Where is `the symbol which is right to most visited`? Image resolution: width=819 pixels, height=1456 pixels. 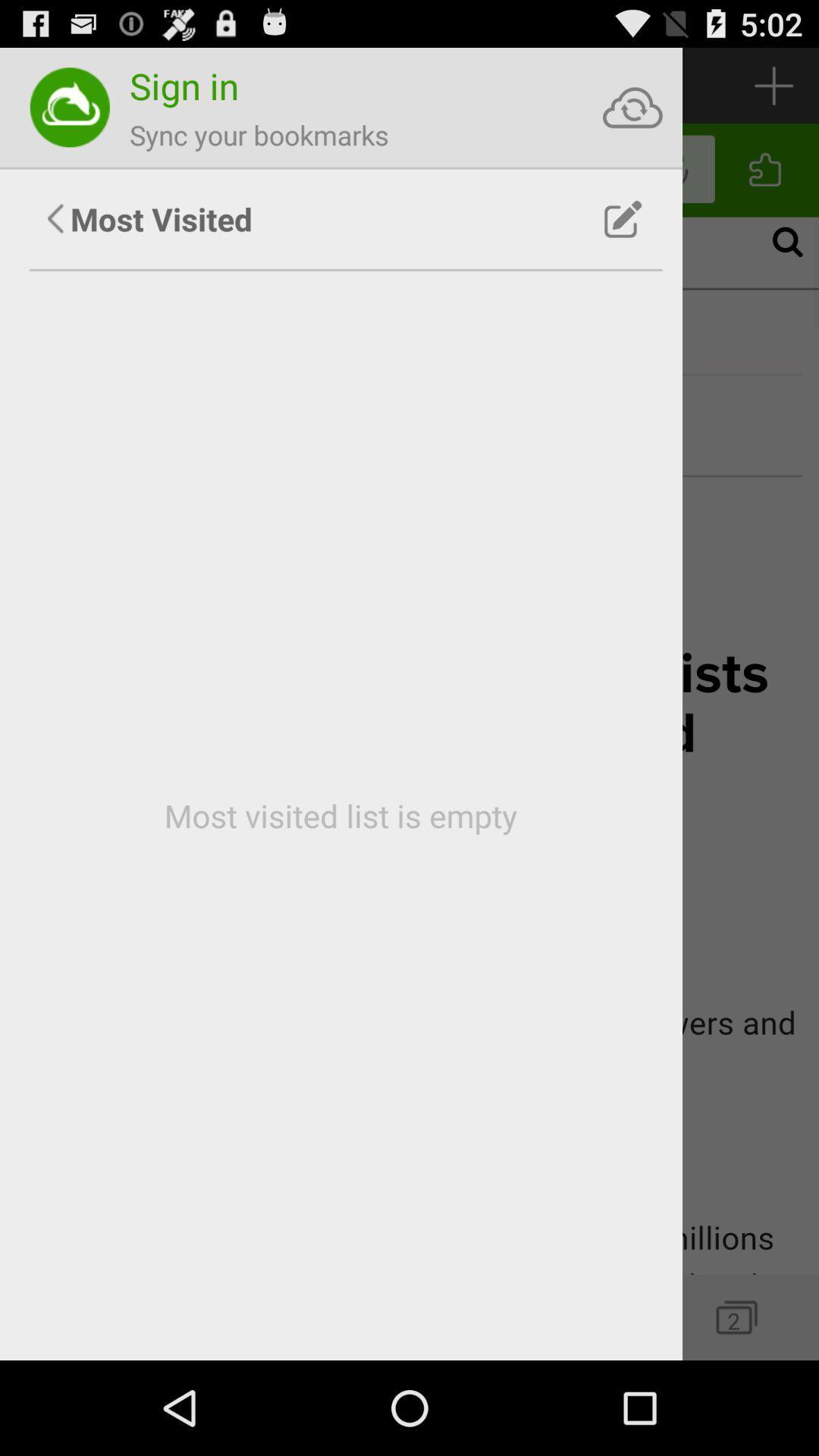
the symbol which is right to most visited is located at coordinates (623, 218).